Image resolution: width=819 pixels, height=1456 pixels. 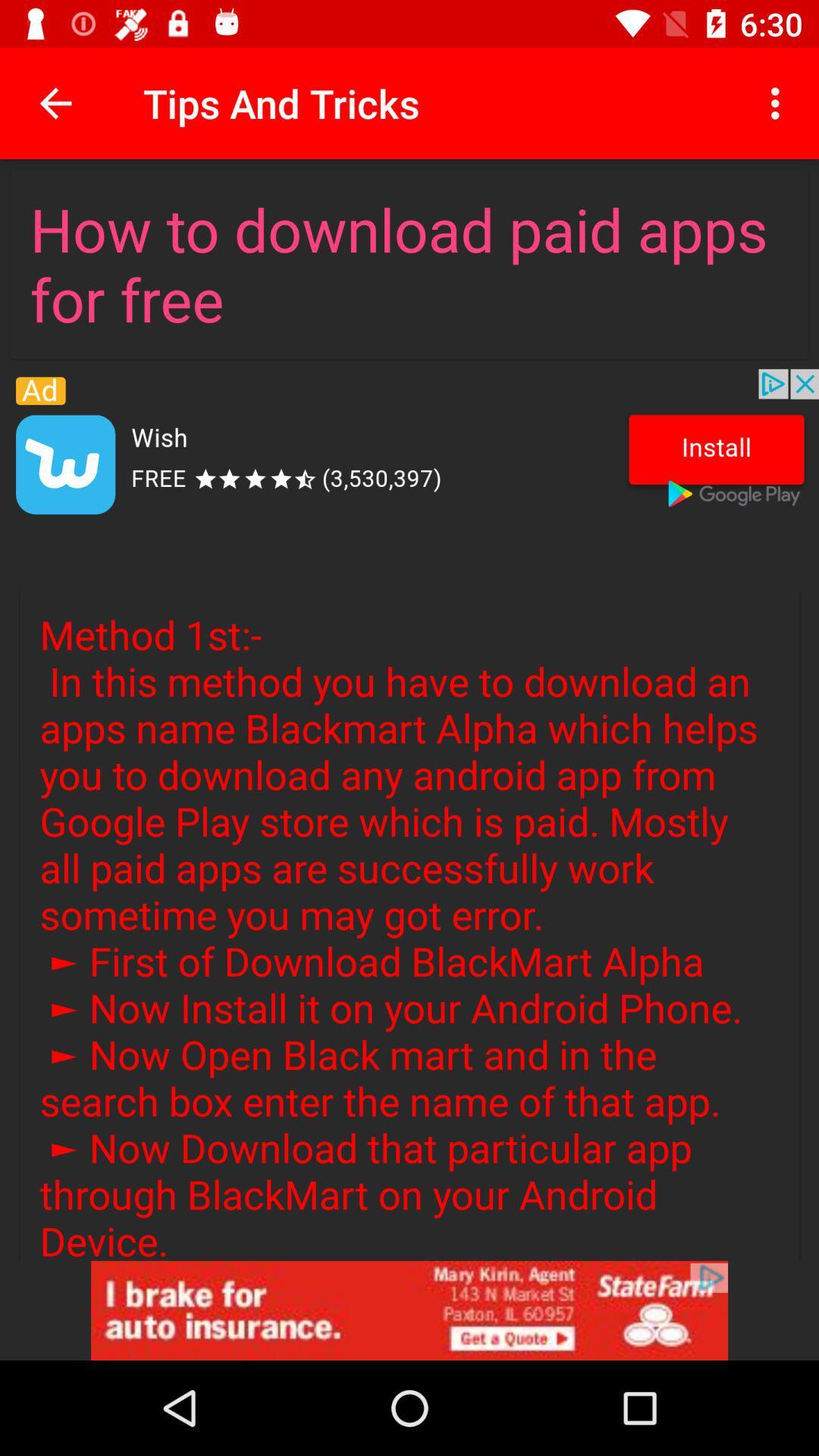 I want to click on the adversitement, so click(x=409, y=447).